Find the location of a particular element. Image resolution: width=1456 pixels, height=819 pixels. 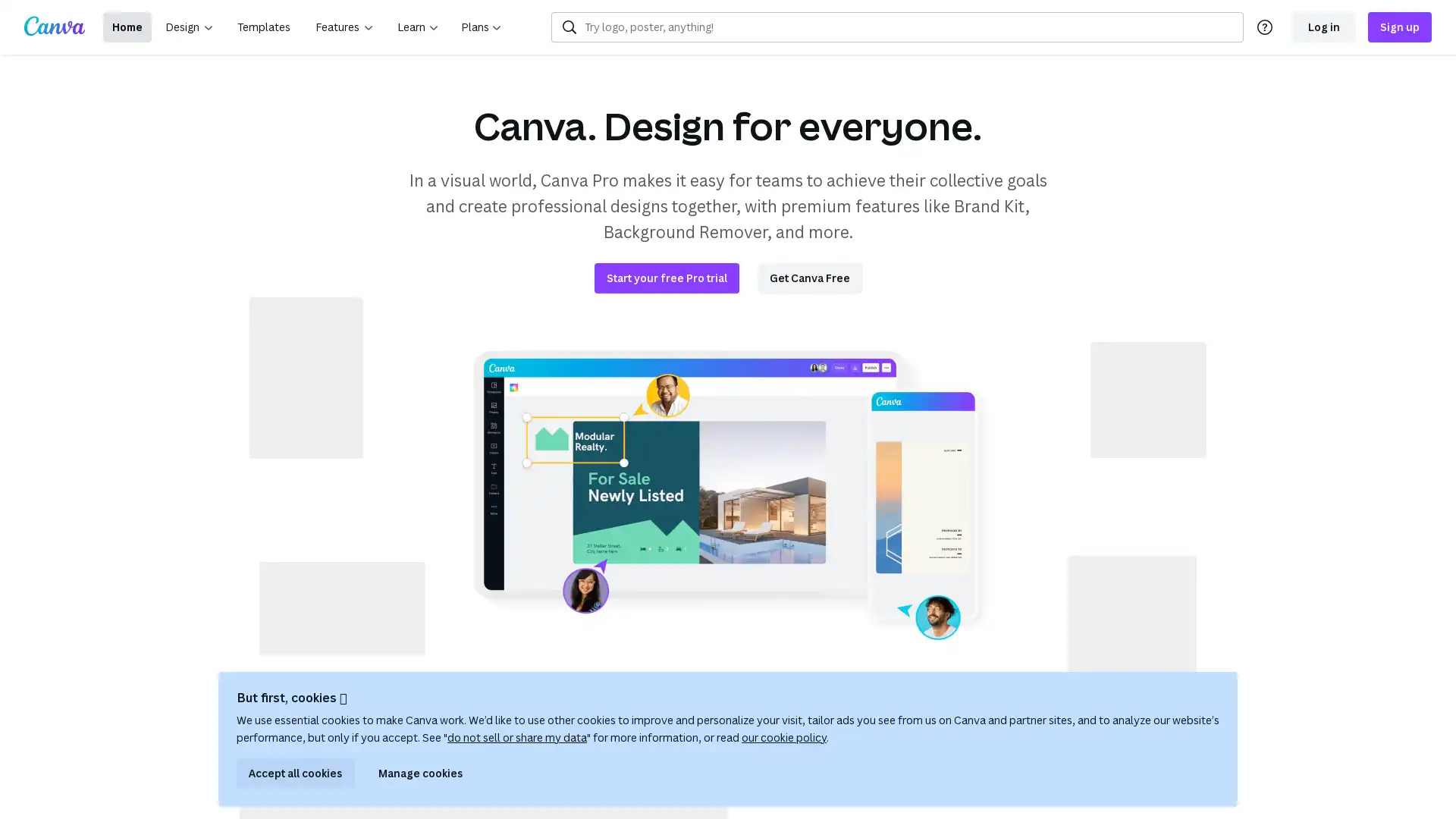

Log in is located at coordinates (1323, 27).